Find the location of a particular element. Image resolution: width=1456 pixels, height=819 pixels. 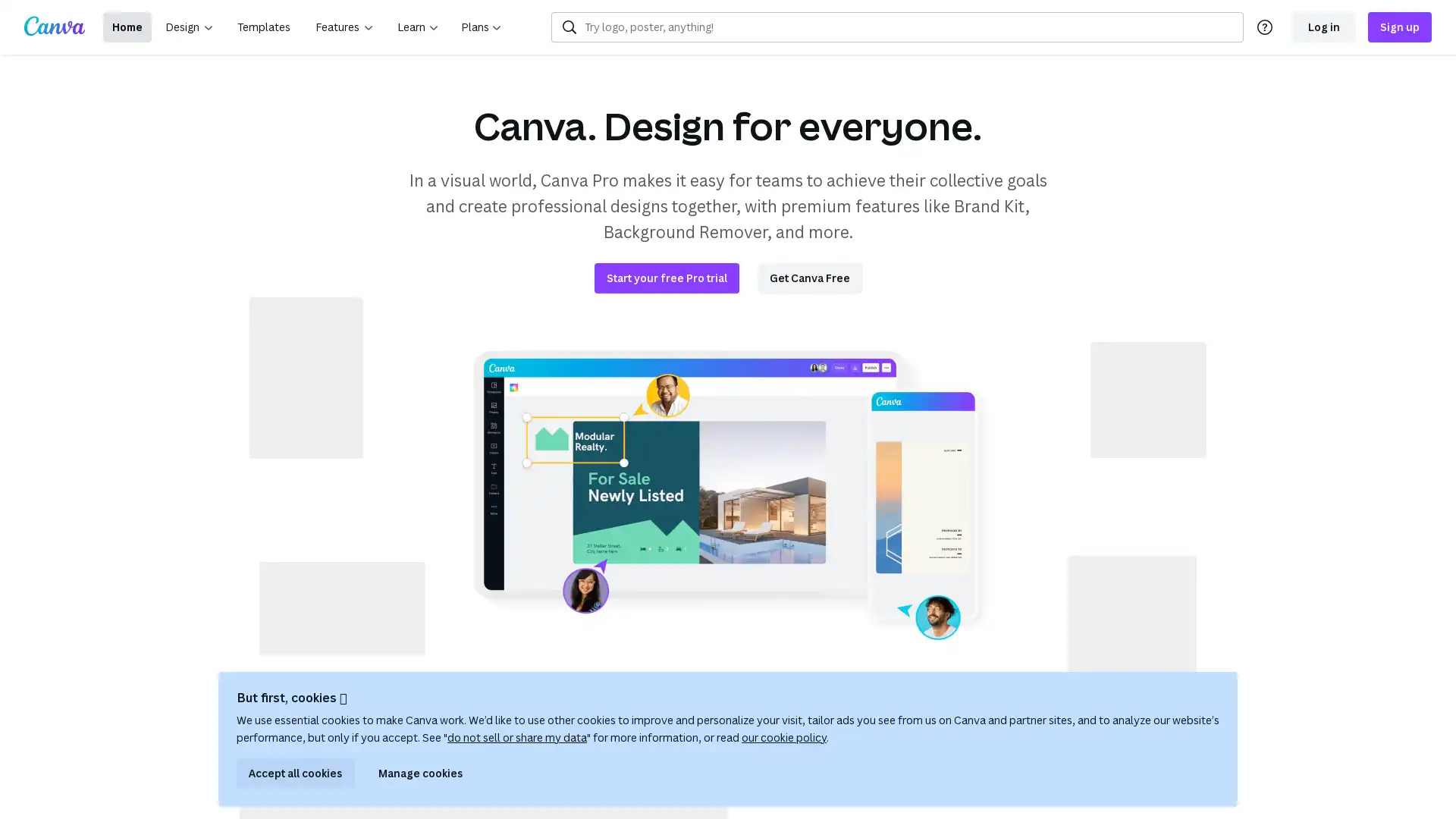

Log in is located at coordinates (1323, 27).